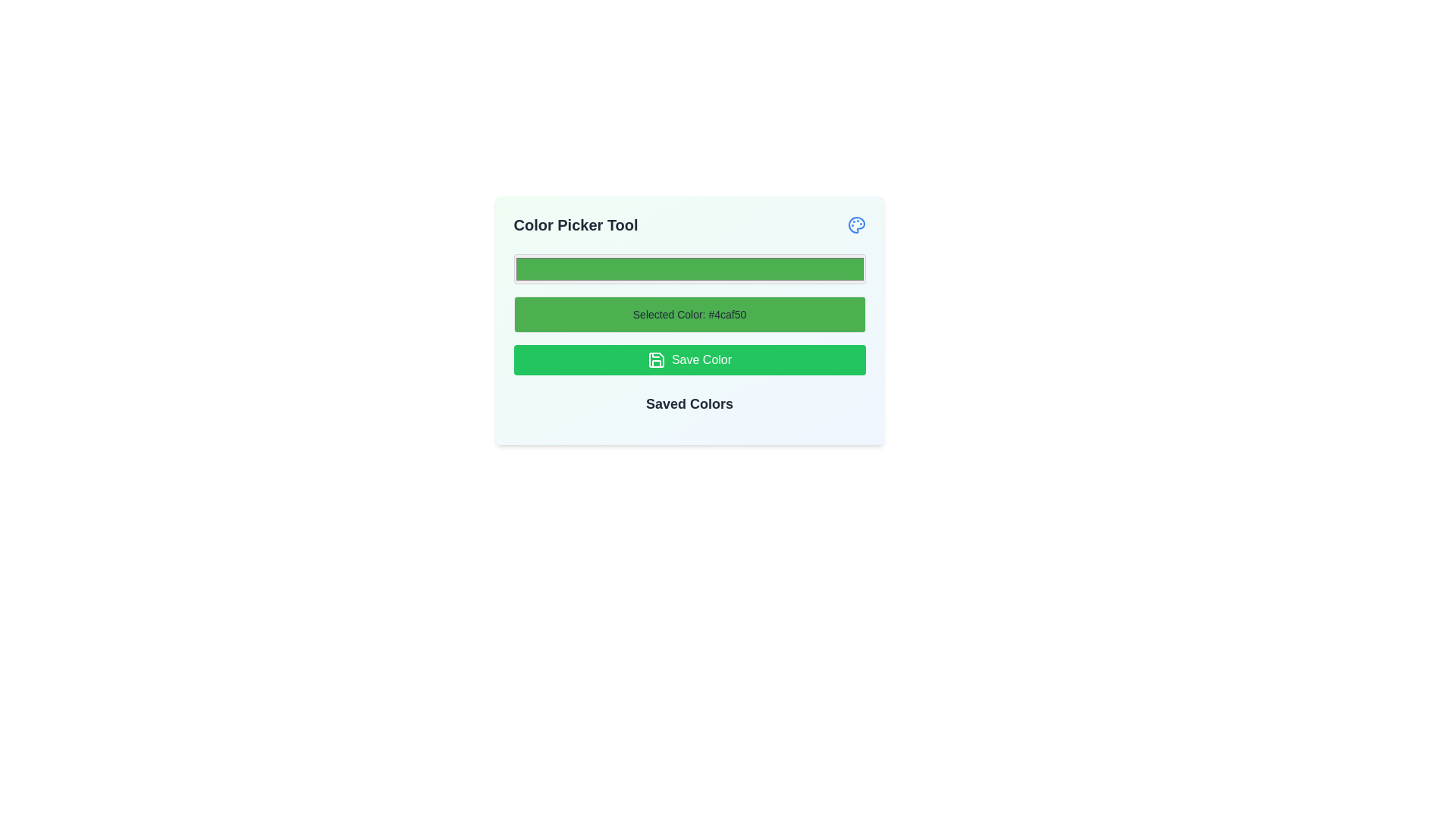 The image size is (1456, 819). I want to click on the 'Saved Colors' static text label, which is styled in dark gray with a large bold font and is positioned directly below the 'Save Color' button, so click(689, 409).